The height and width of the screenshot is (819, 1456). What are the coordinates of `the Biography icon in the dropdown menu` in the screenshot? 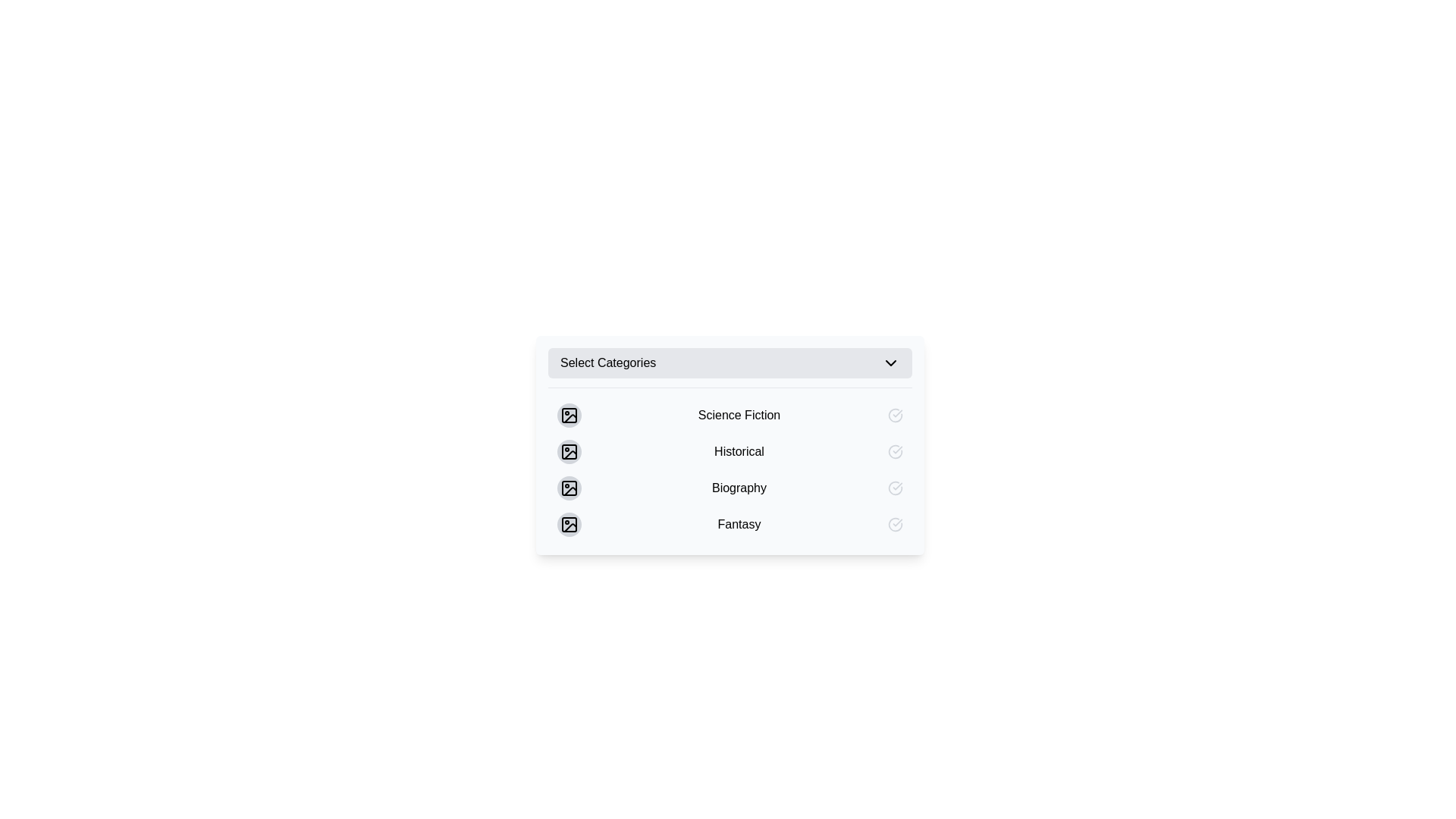 It's located at (568, 488).